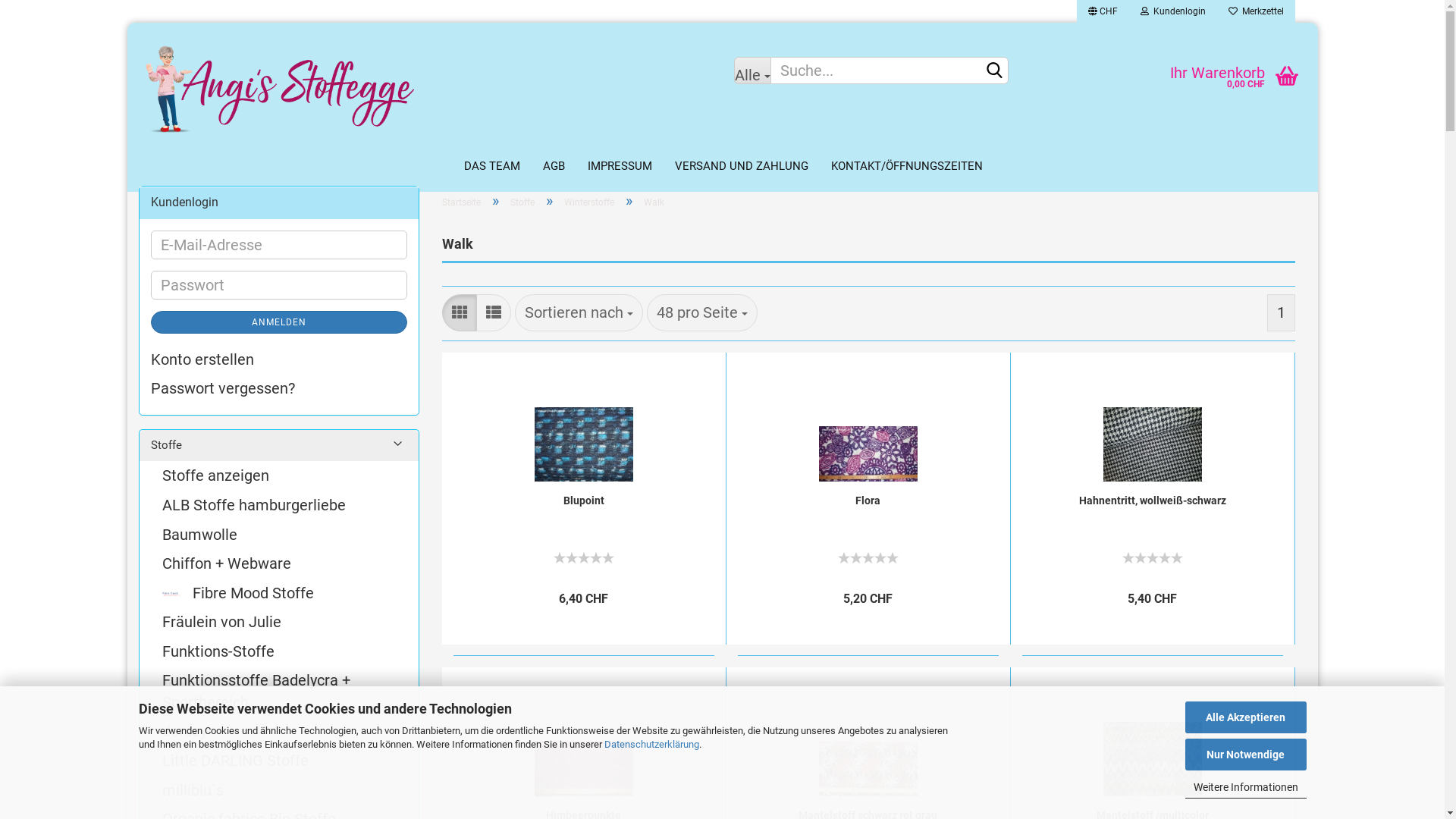 This screenshot has height=819, width=1456. Describe the element at coordinates (278, 388) in the screenshot. I see `'Passwort vergessen?'` at that location.